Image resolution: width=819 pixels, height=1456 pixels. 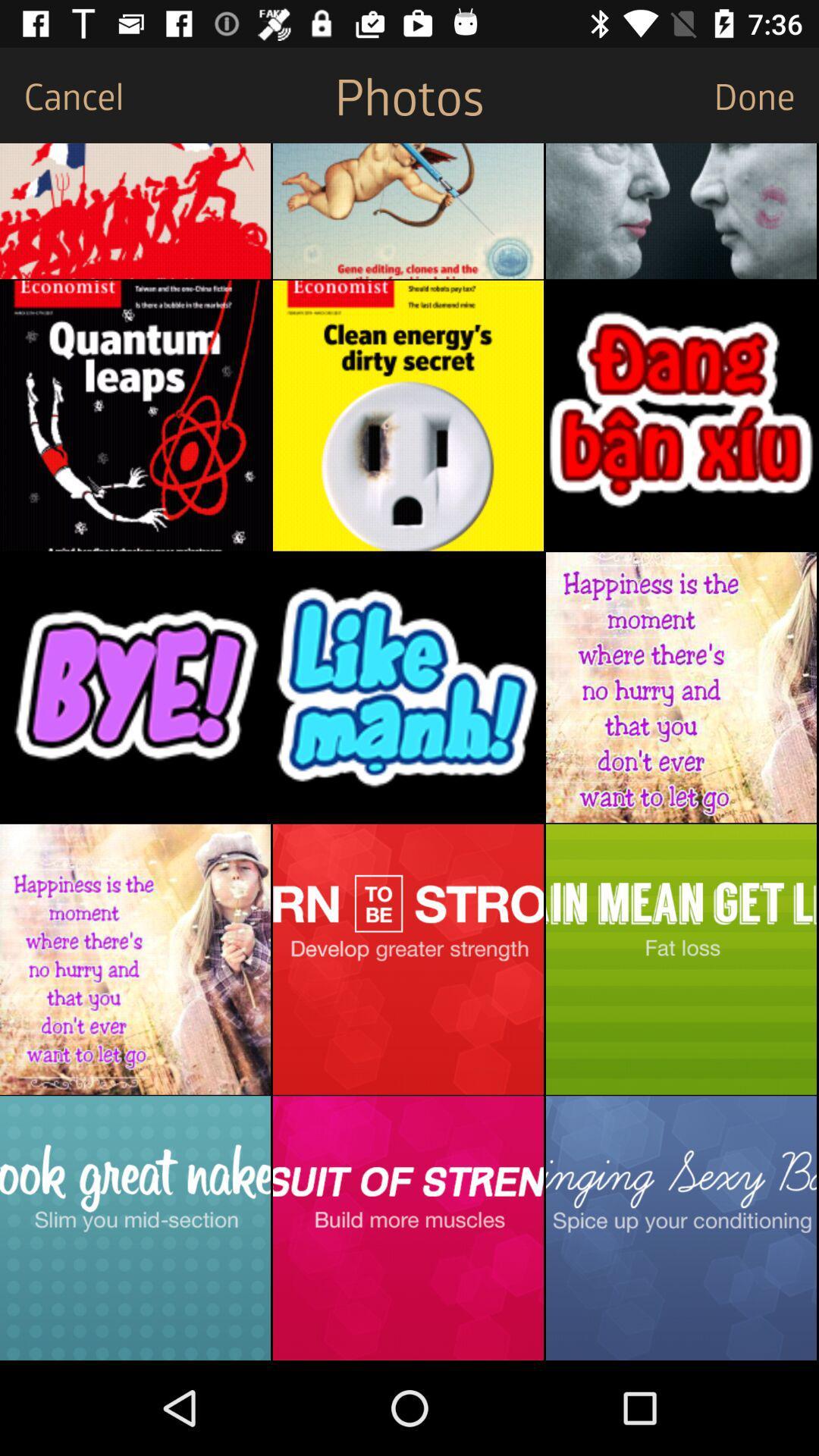 What do you see at coordinates (680, 416) in the screenshot?
I see `click image` at bounding box center [680, 416].